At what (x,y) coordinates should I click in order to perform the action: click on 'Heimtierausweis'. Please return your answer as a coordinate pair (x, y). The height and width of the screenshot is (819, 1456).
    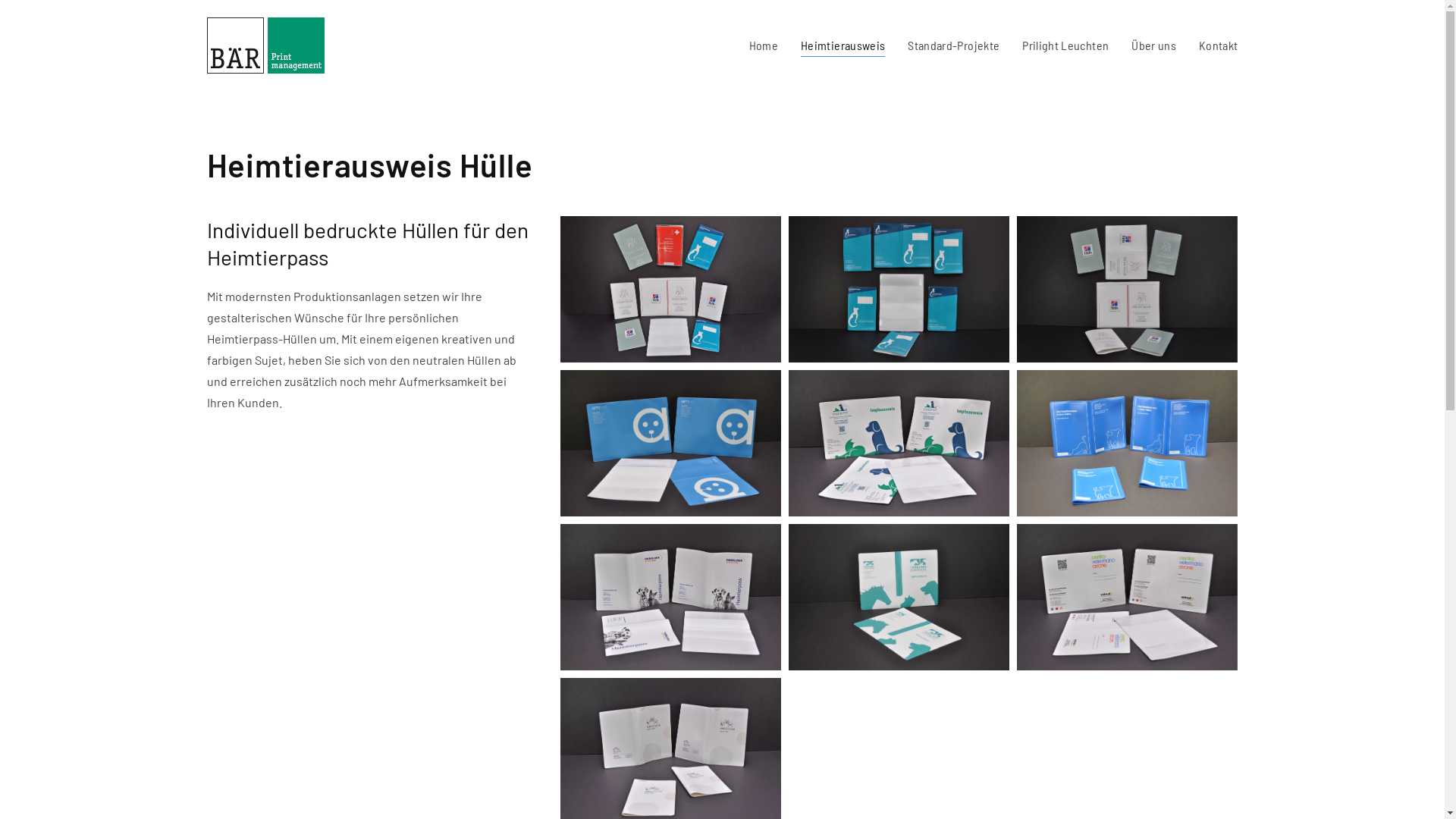
    Looking at the image, I should click on (842, 45).